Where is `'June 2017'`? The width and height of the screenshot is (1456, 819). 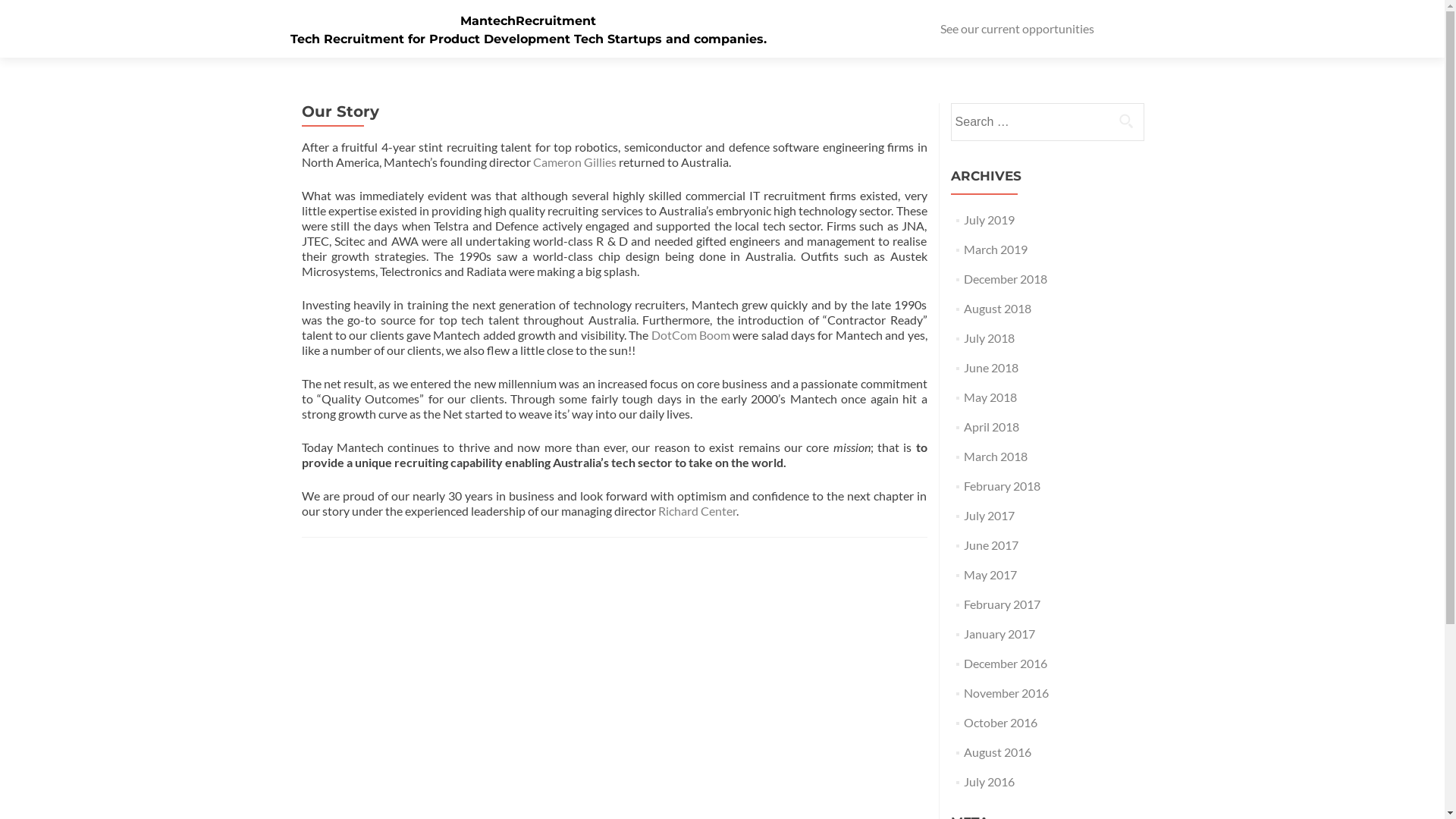 'June 2017' is located at coordinates (990, 544).